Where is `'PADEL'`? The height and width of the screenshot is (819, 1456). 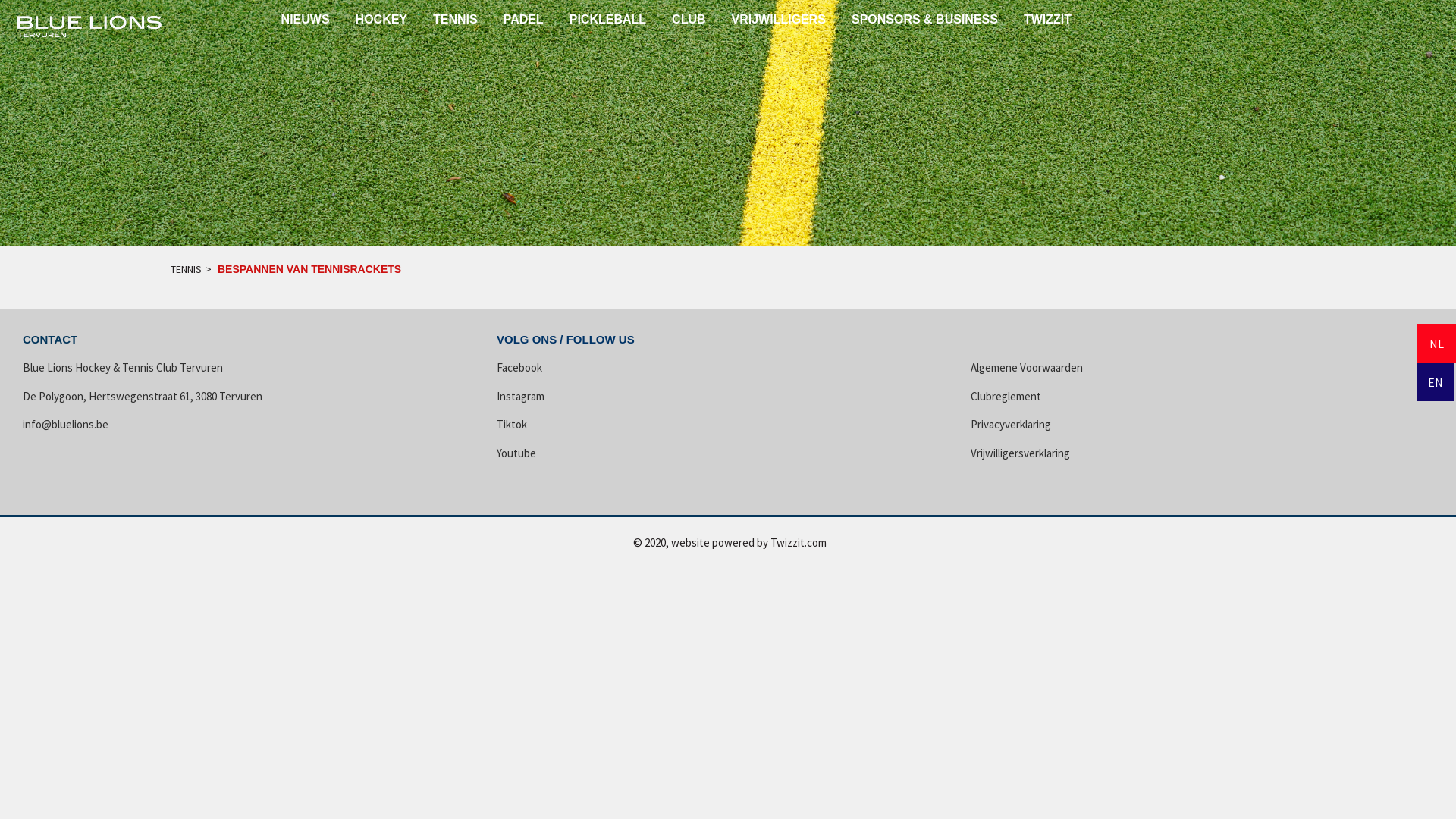
'PADEL' is located at coordinates (523, 20).